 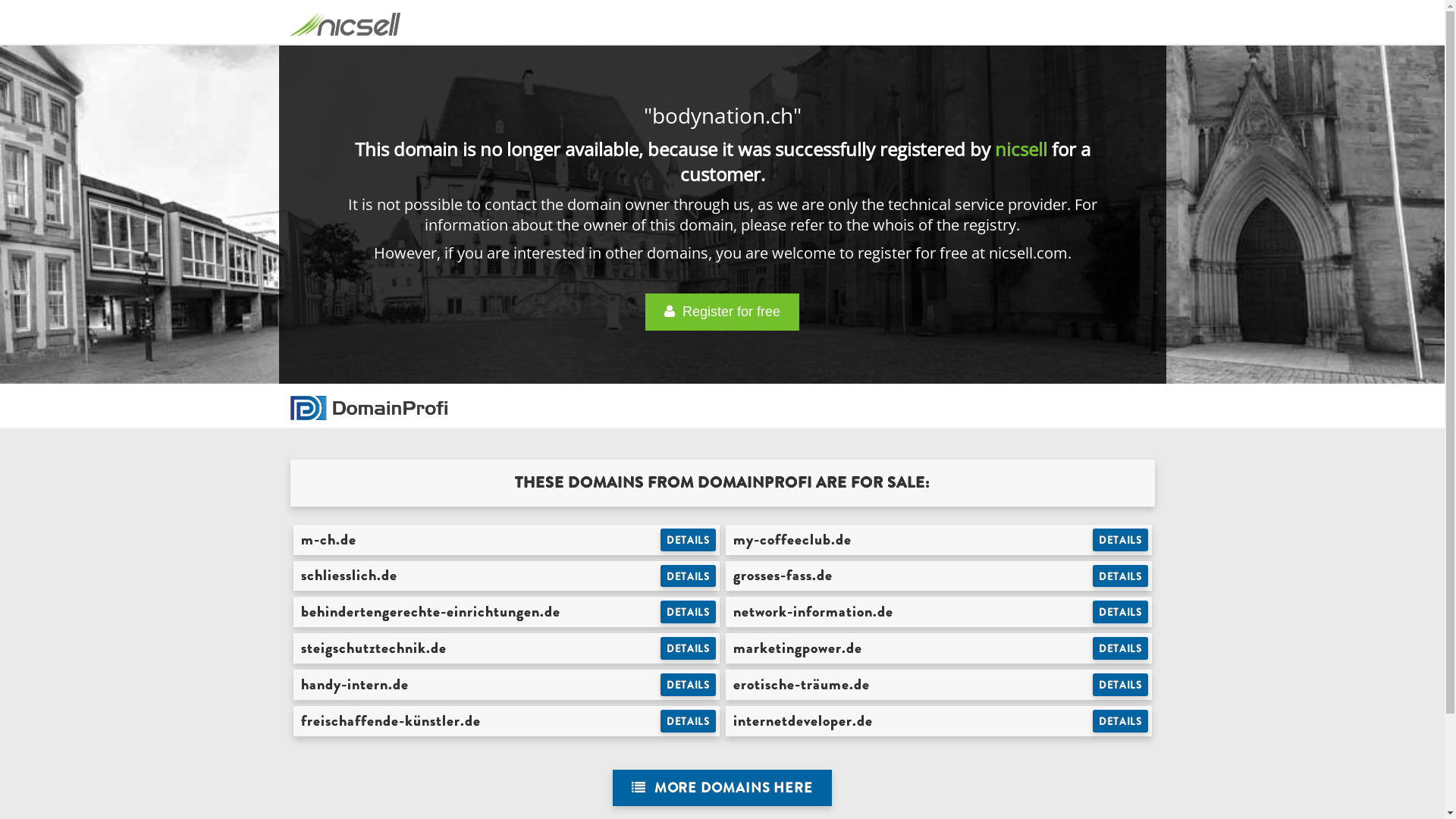 What do you see at coordinates (687, 720) in the screenshot?
I see `'DETAILS'` at bounding box center [687, 720].